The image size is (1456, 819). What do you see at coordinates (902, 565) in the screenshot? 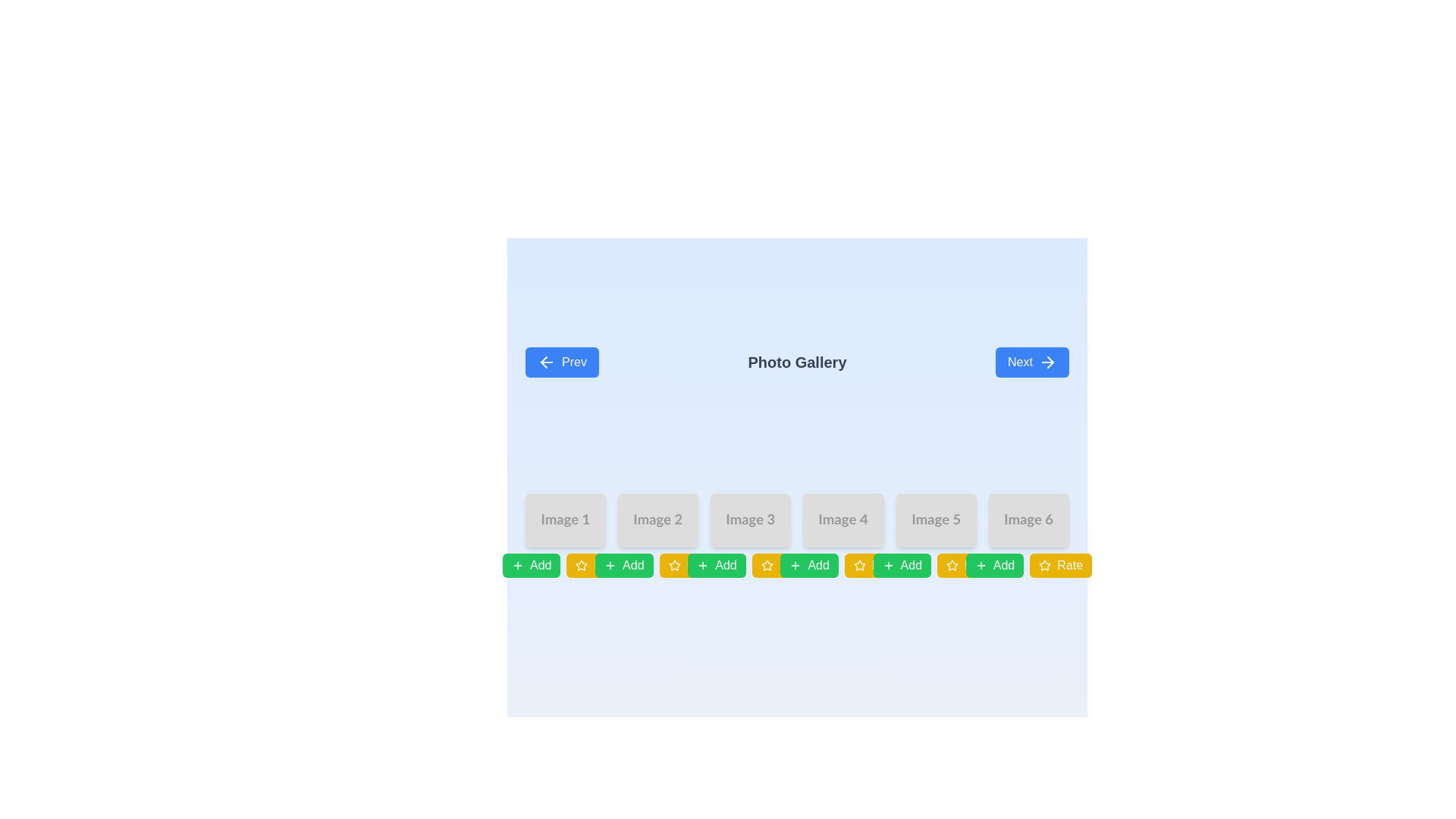
I see `the interactive 'Add' button located below 'Image 5' to possibly change its appearance` at bounding box center [902, 565].